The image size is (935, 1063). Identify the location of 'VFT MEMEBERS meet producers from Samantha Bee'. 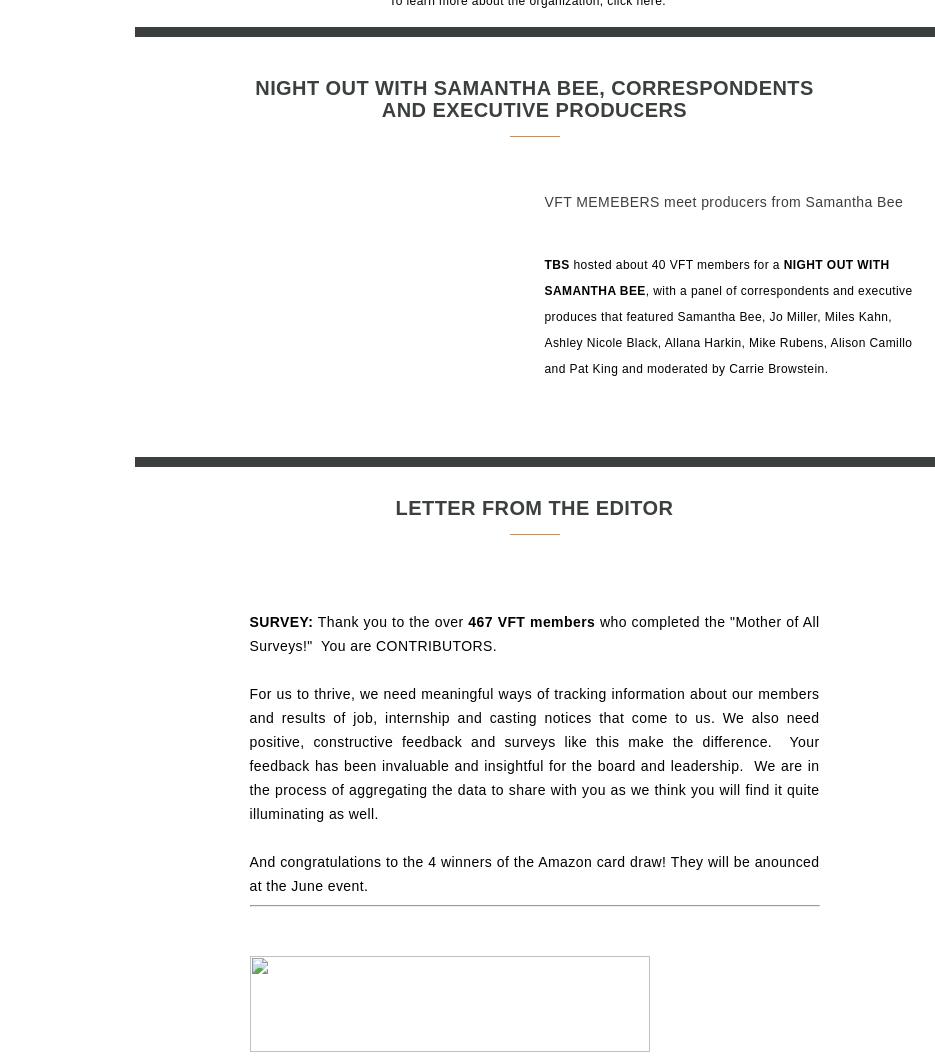
(722, 201).